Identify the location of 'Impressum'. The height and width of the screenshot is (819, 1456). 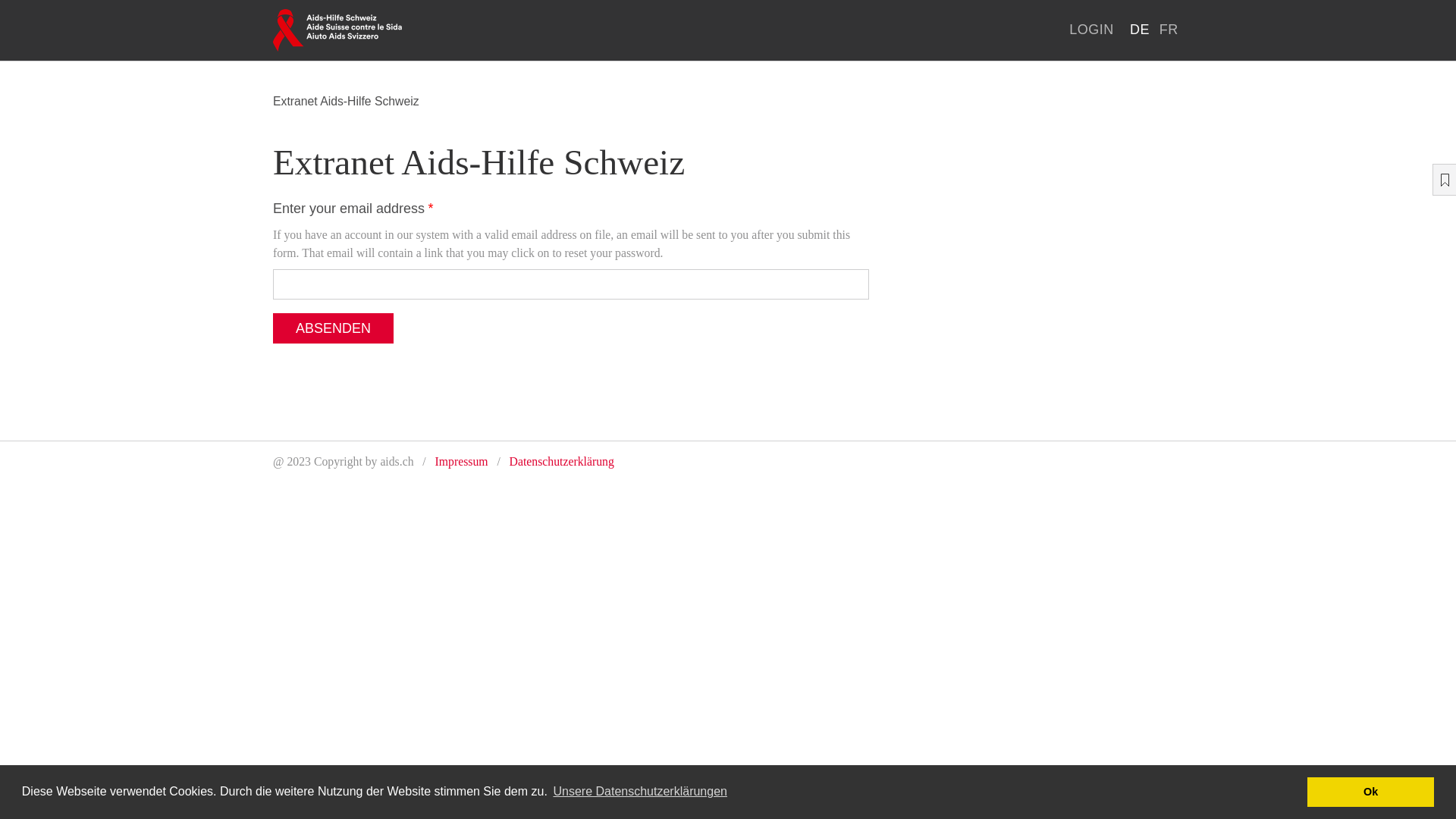
(461, 460).